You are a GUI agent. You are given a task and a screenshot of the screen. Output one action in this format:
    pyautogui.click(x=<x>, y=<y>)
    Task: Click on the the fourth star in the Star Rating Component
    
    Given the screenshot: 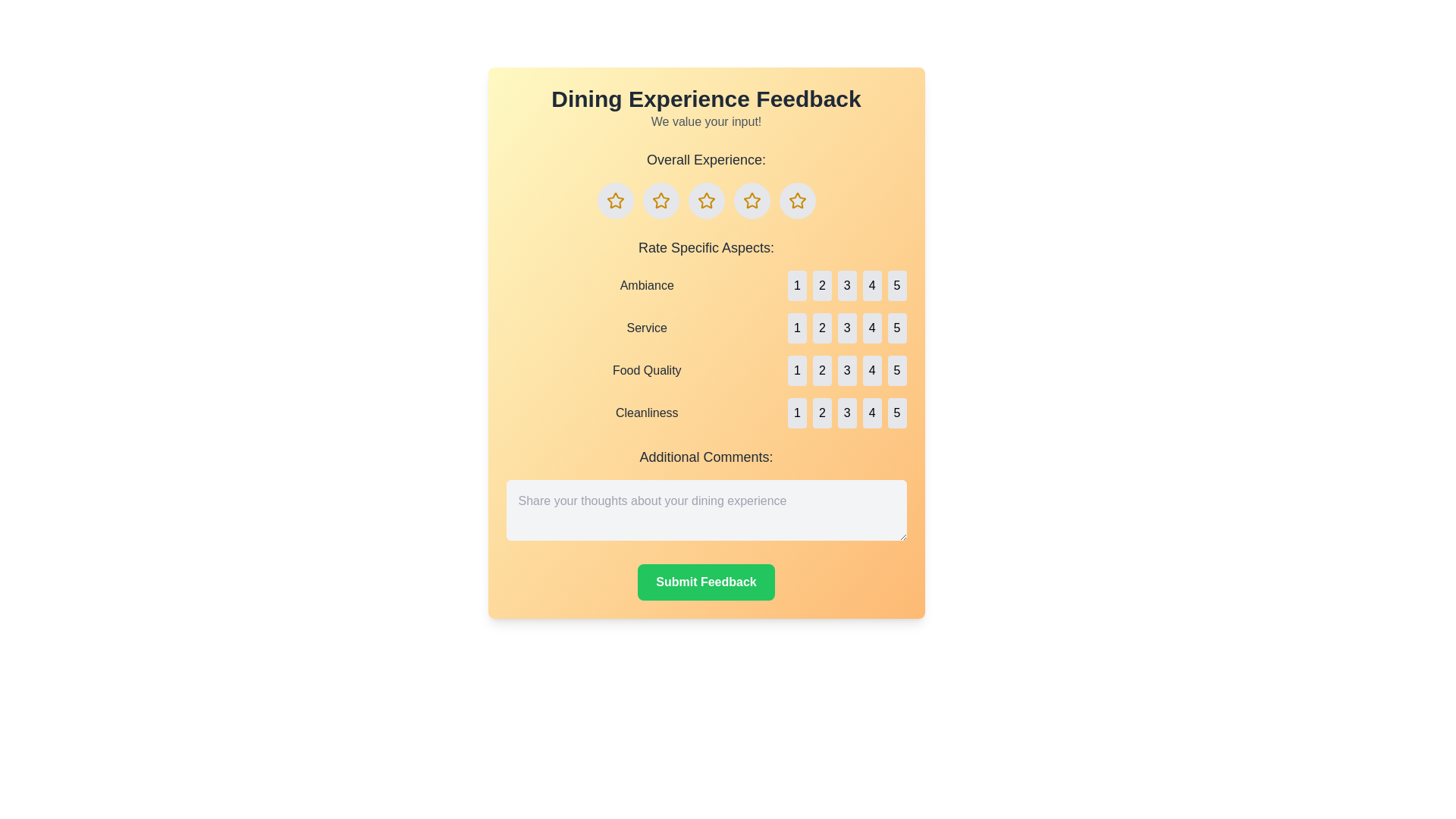 What is the action you would take?
    pyautogui.click(x=796, y=199)
    